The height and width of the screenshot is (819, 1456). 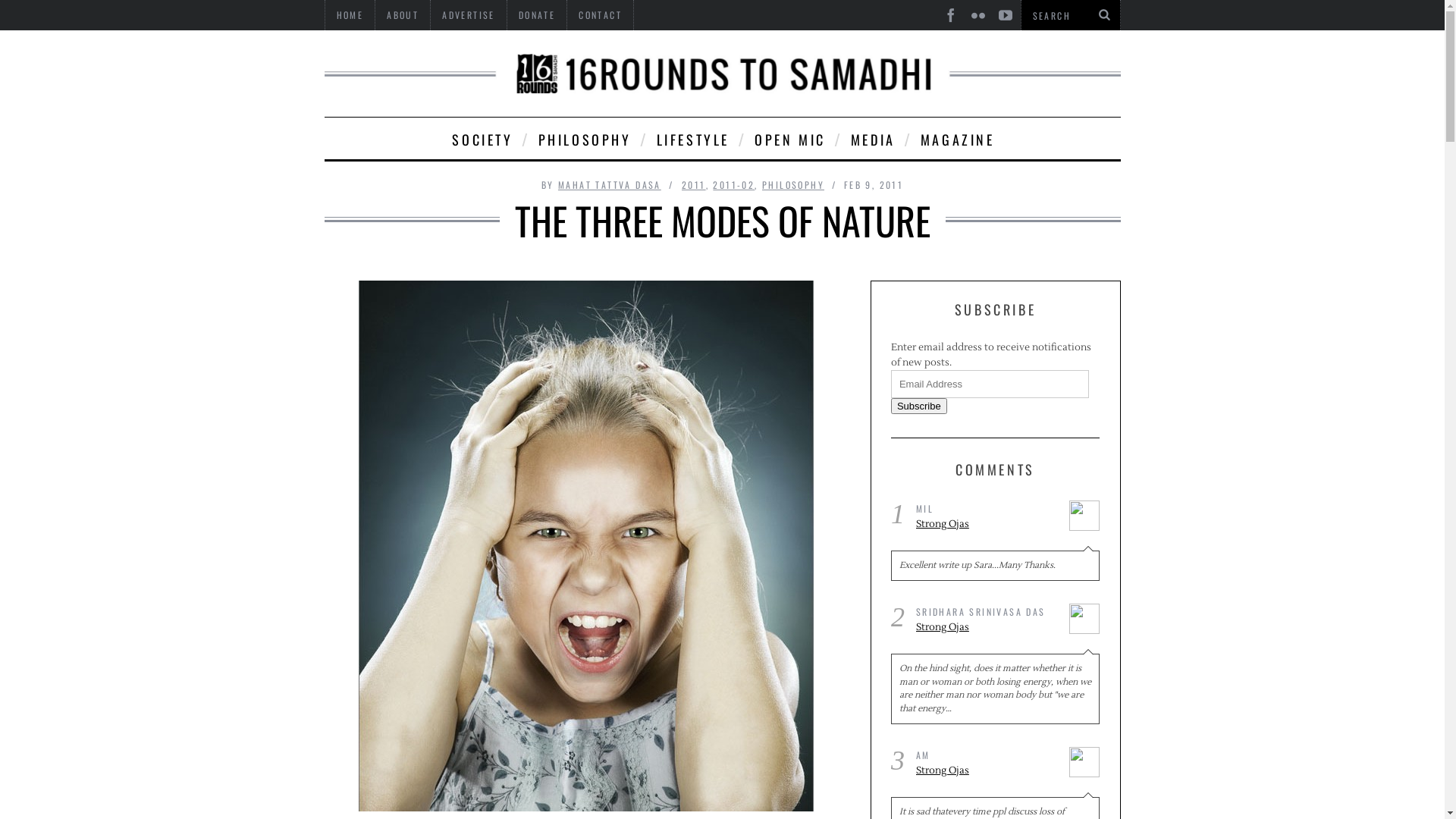 I want to click on 'MAGAZINE', so click(x=955, y=138).